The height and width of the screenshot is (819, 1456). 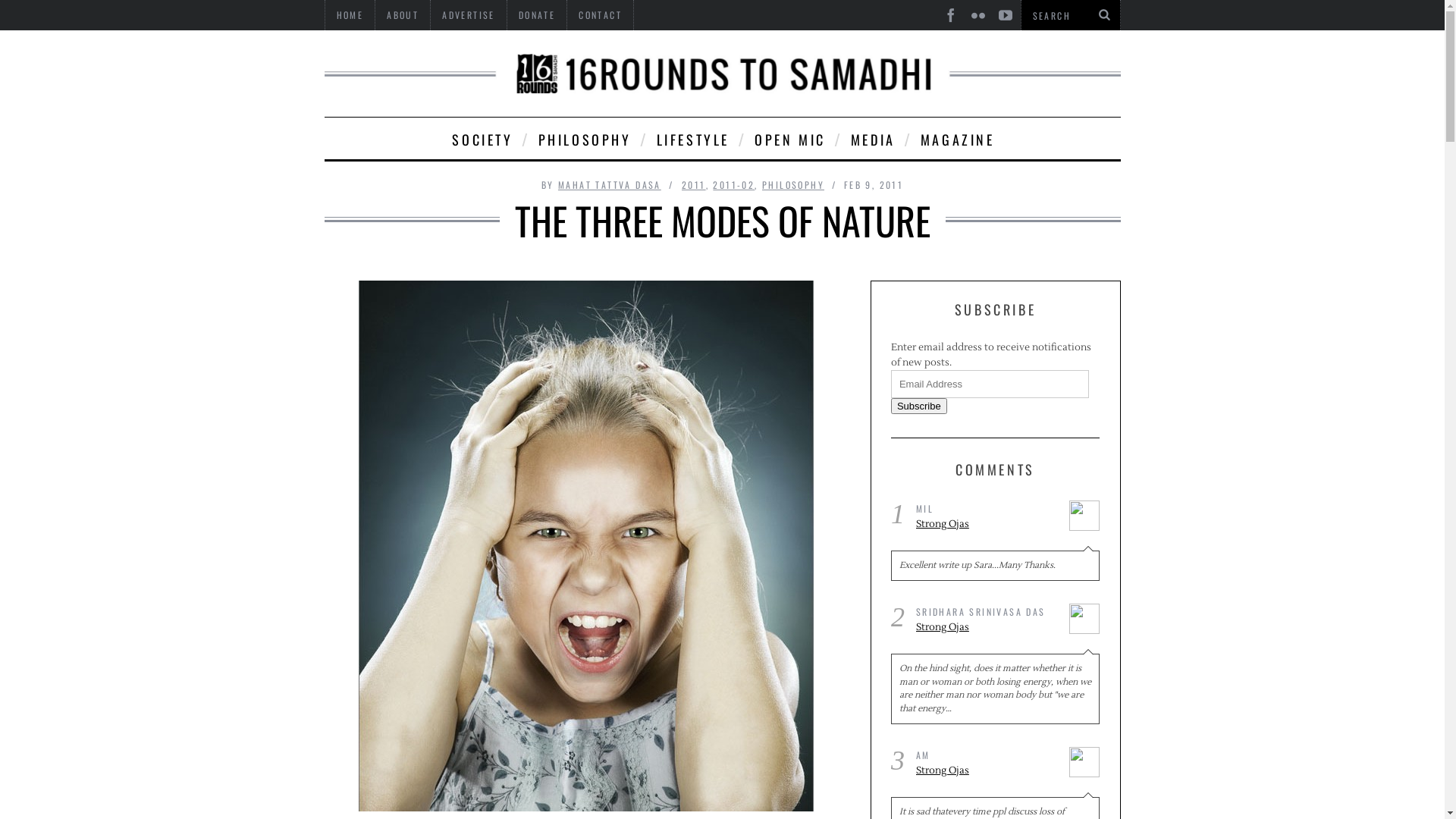 I want to click on 'MAGAZINE', so click(x=955, y=138).